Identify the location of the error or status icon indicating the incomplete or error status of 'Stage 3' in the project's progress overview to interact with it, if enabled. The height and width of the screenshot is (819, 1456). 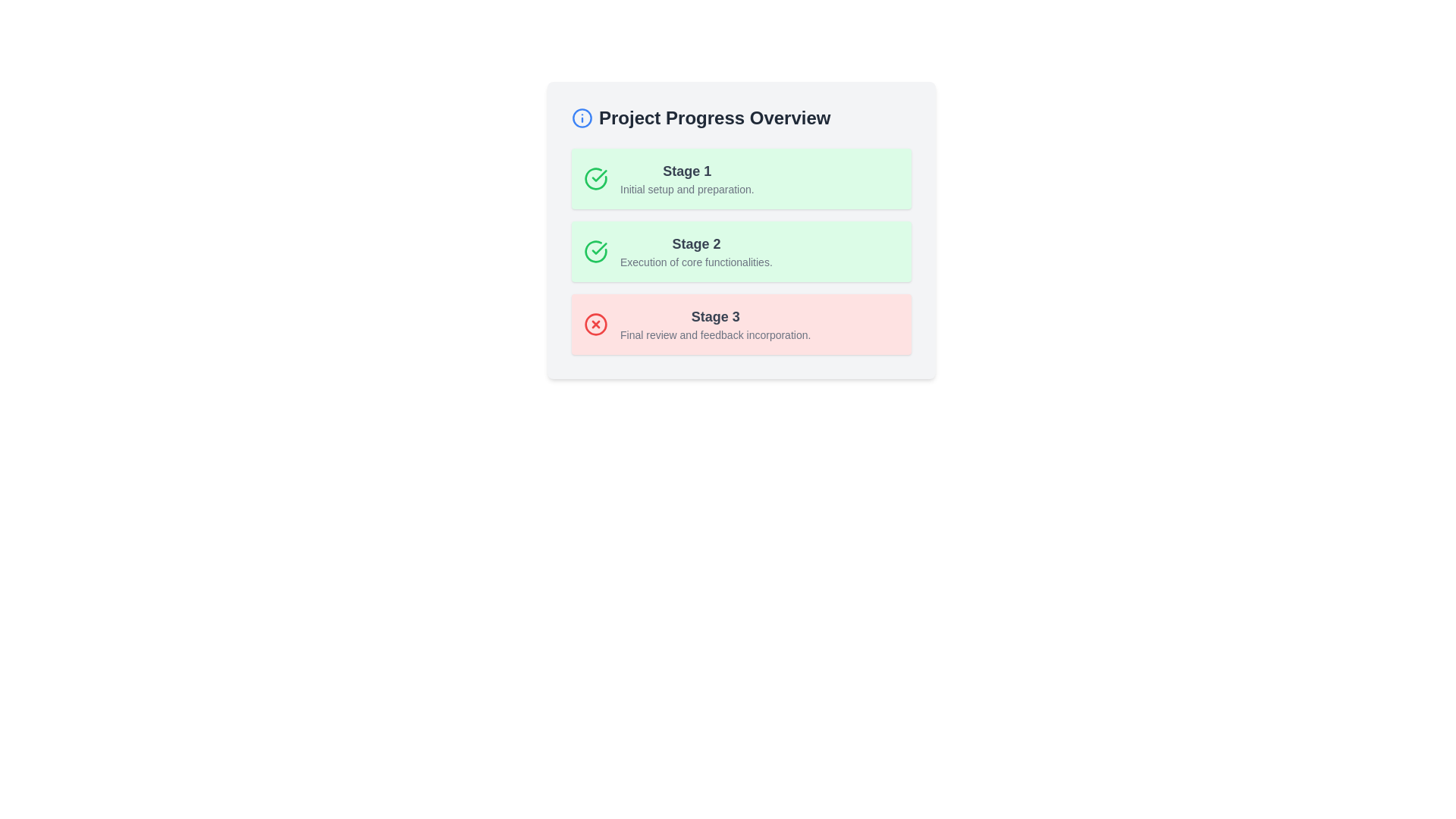
(595, 324).